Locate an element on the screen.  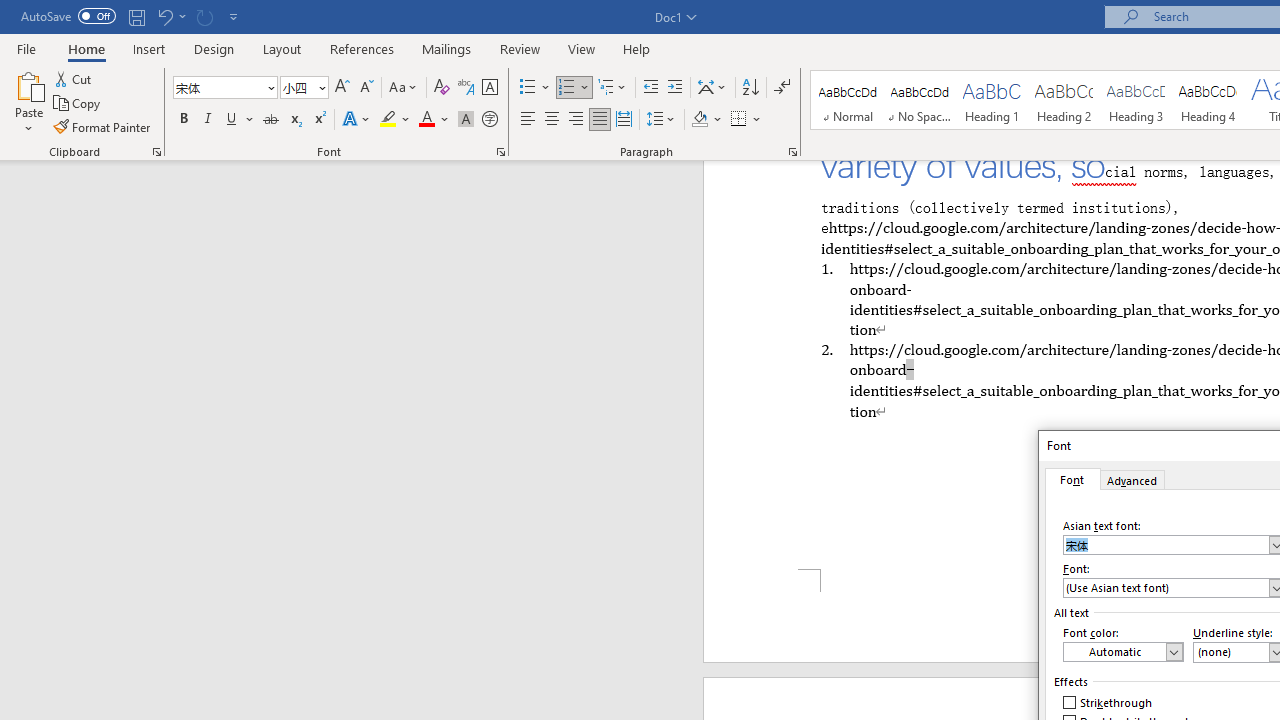
'Numbering' is located at coordinates (573, 86).